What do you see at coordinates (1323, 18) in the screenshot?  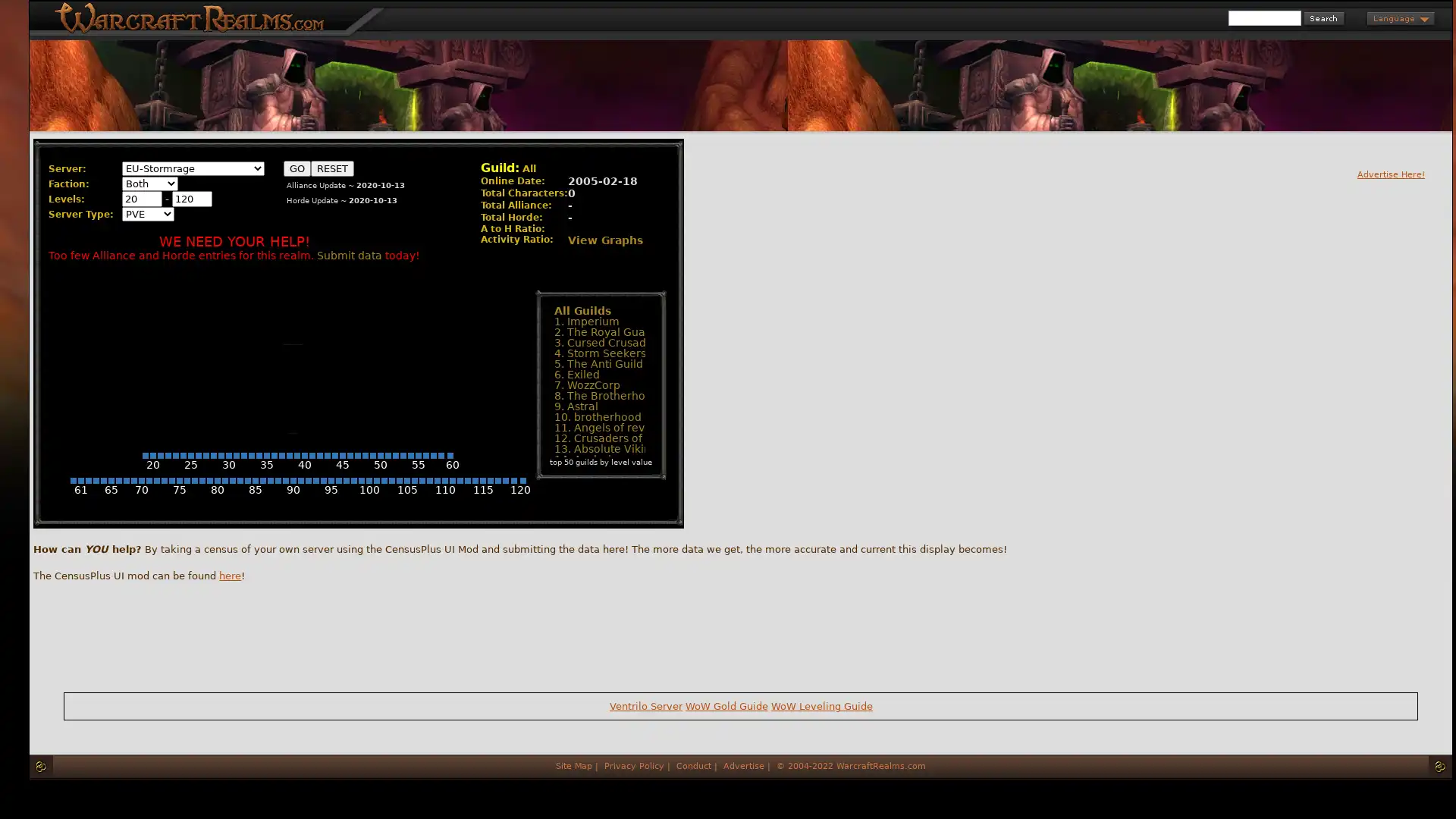 I see `Search` at bounding box center [1323, 18].